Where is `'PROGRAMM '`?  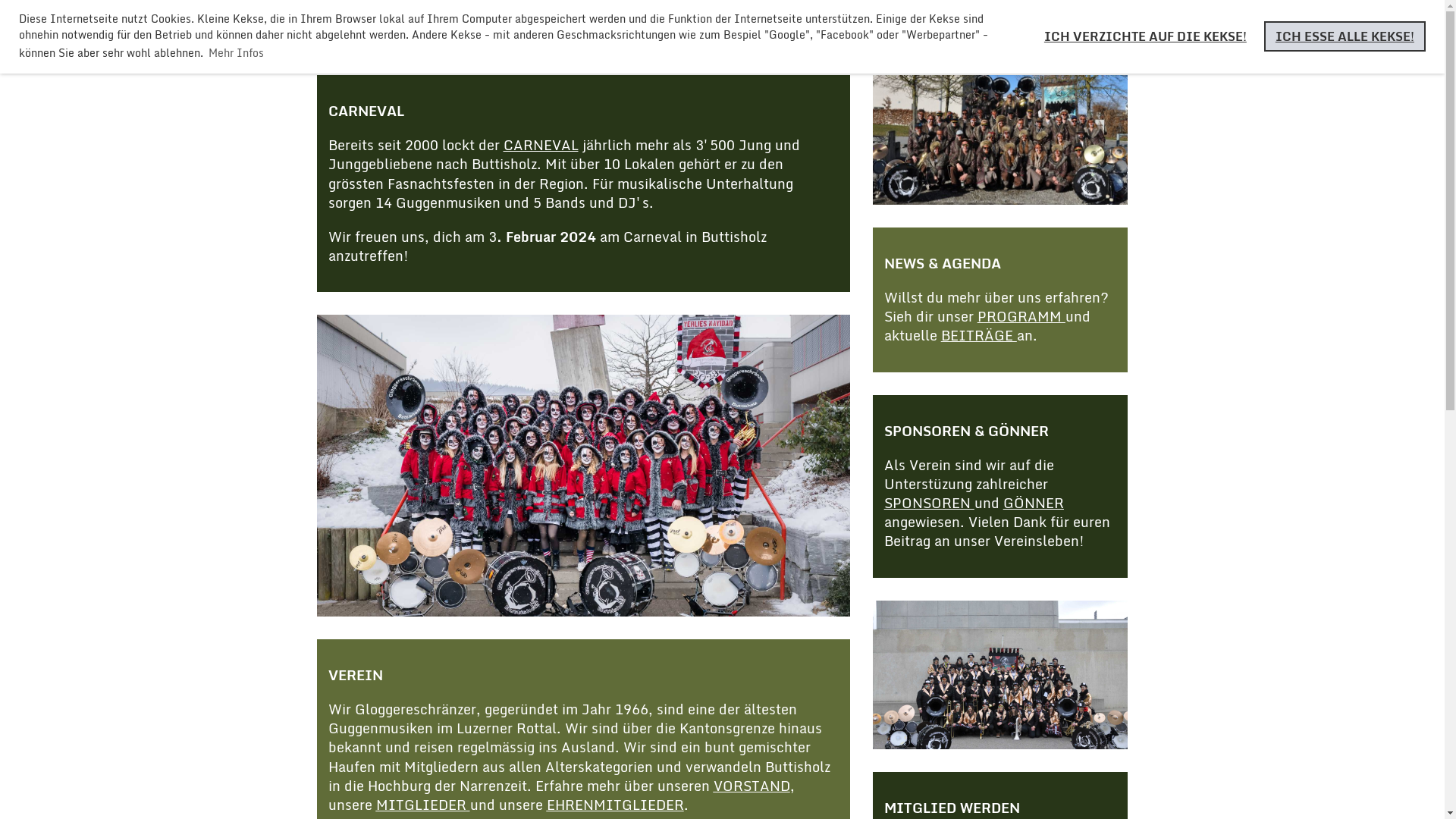
'PROGRAMM ' is located at coordinates (1021, 315).